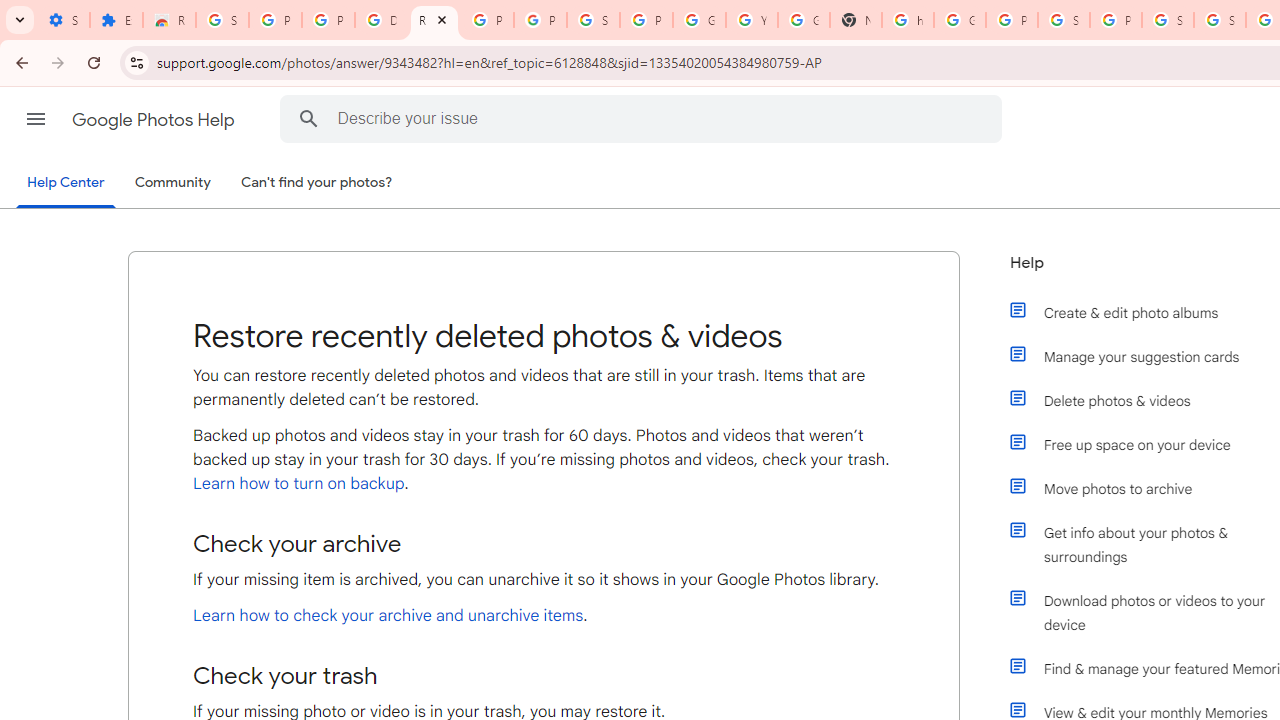  I want to click on 'Main menu', so click(35, 119).